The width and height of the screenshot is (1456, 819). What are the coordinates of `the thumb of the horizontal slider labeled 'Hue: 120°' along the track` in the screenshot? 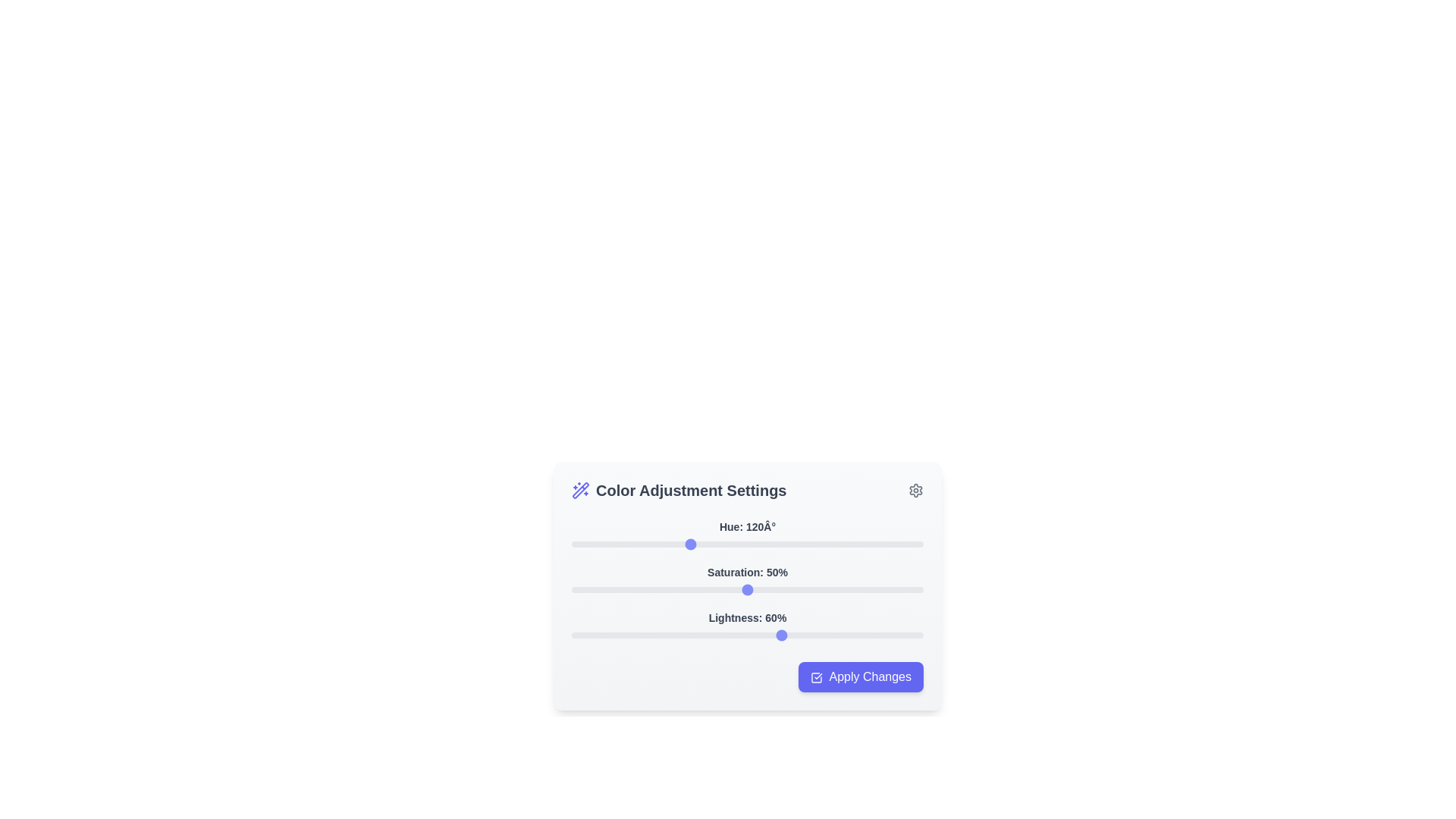 It's located at (747, 535).